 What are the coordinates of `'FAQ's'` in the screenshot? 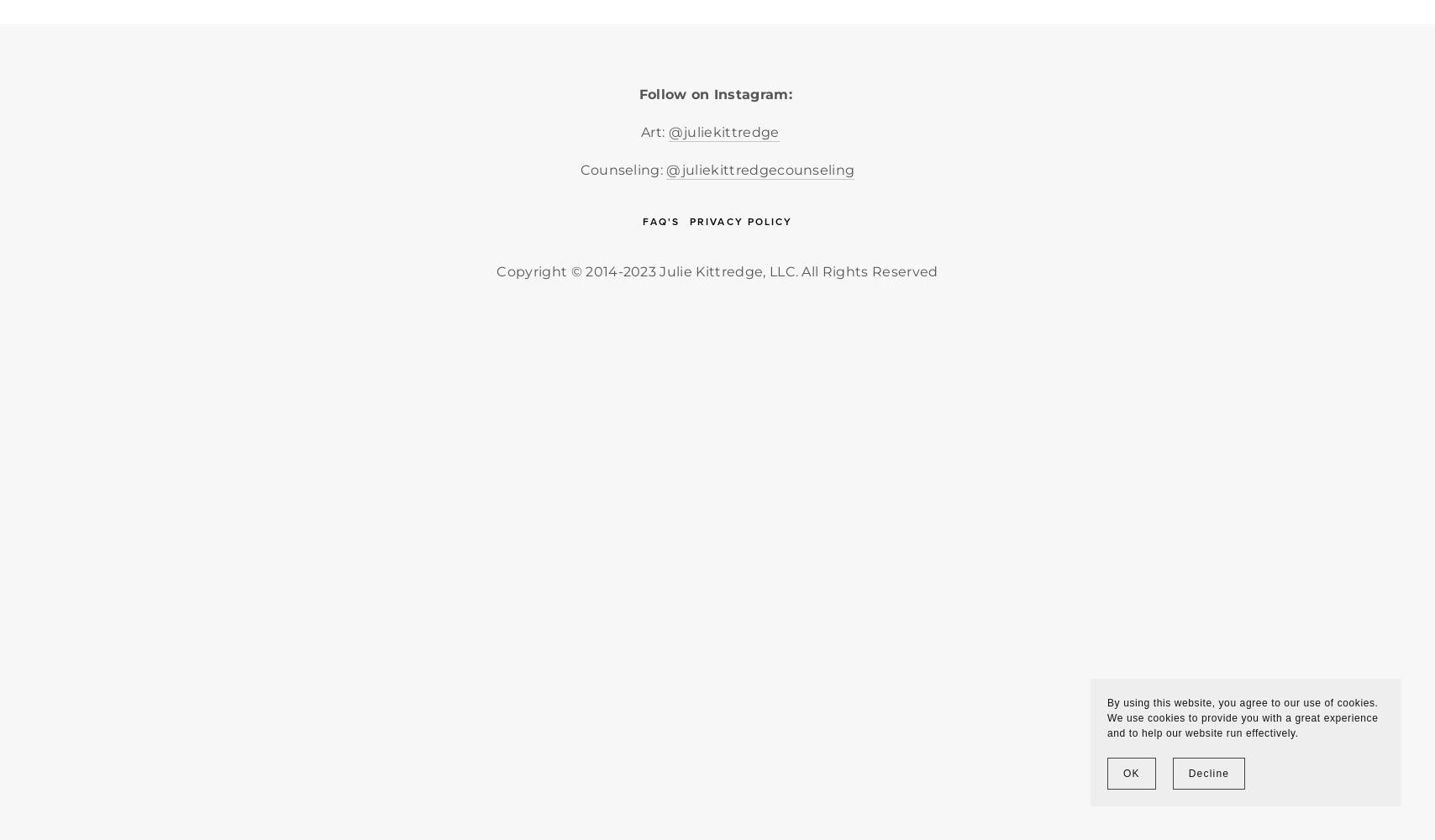 It's located at (643, 221).